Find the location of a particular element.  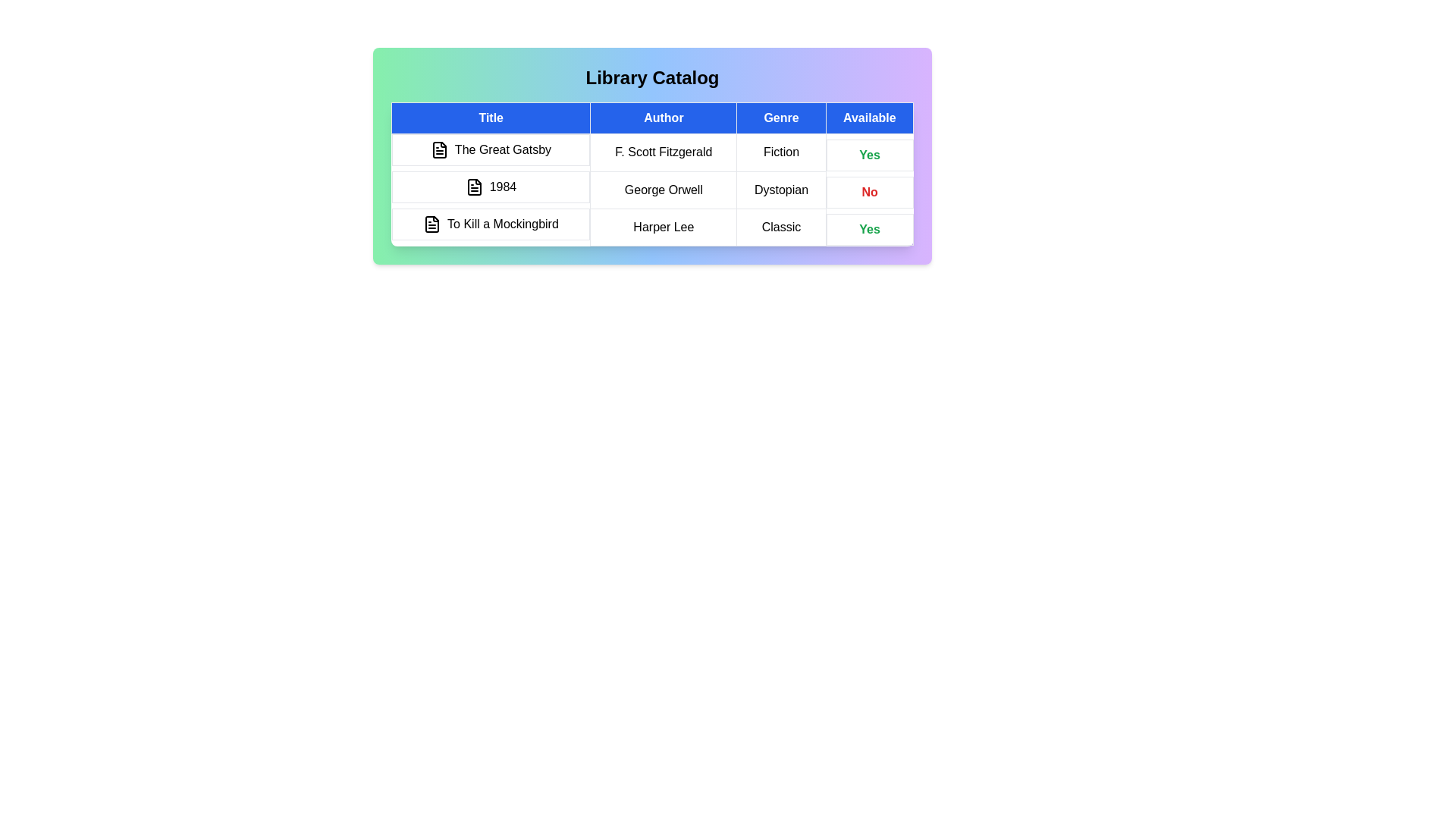

the book title To Kill a Mockingbird to interact with it is located at coordinates (491, 224).